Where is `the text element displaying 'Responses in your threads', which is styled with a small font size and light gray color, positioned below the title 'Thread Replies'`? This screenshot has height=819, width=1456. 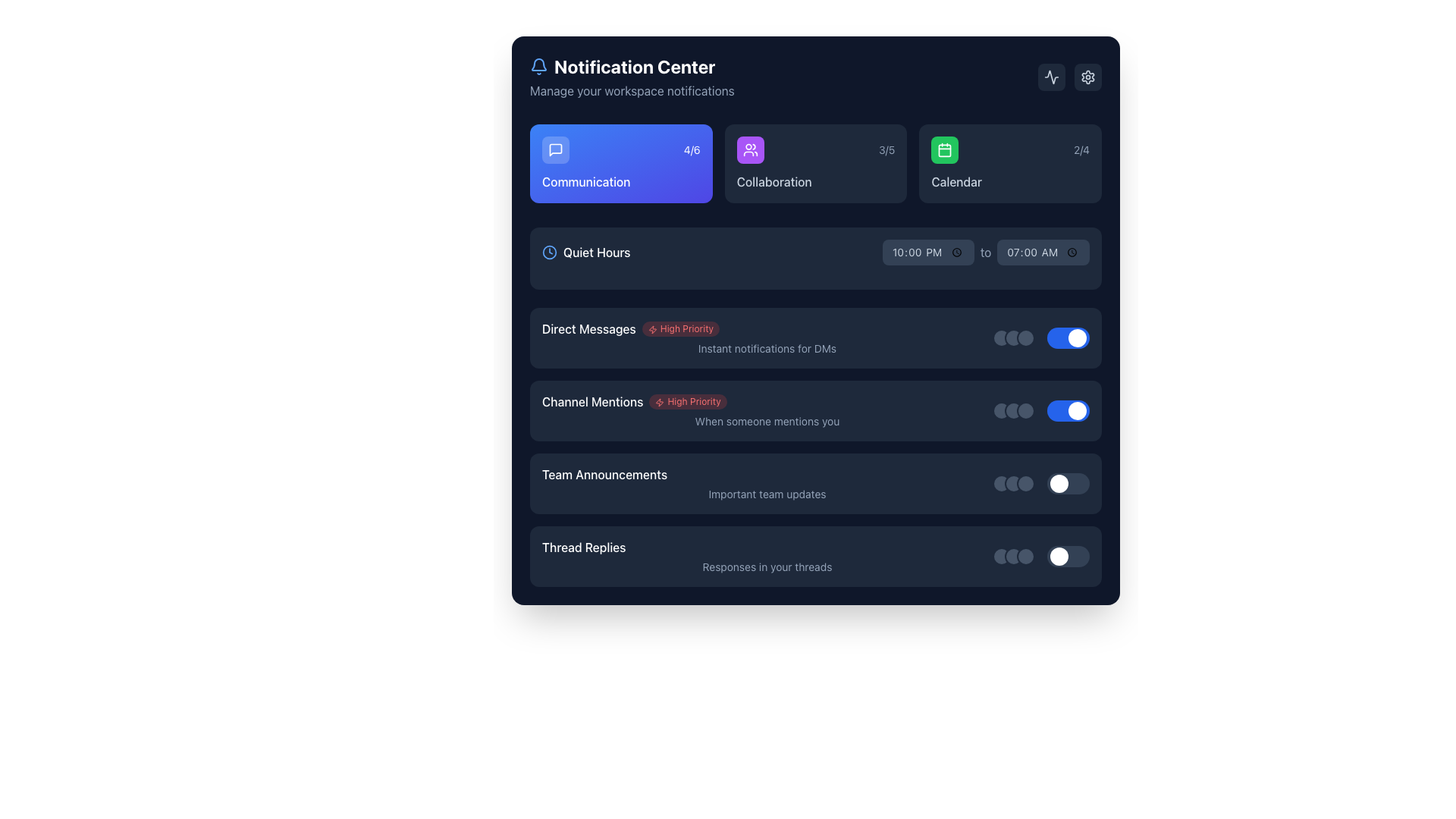
the text element displaying 'Responses in your threads', which is styled with a small font size and light gray color, positioned below the title 'Thread Replies' is located at coordinates (767, 567).